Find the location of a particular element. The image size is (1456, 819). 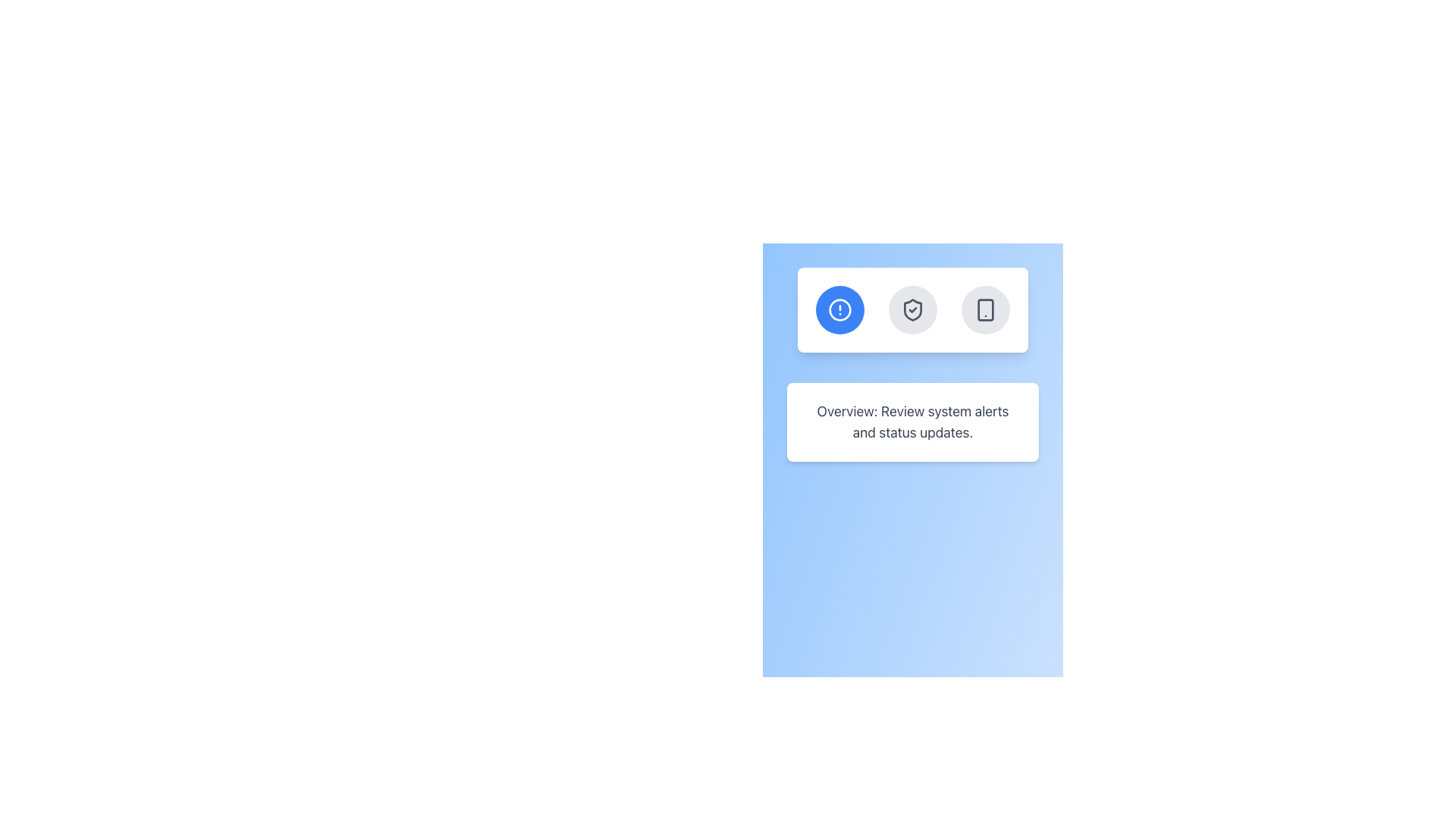

the shield icon with a checkmark, which is the middle icon in a horizontal group of three on a blue panel, to interact with it is located at coordinates (912, 309).